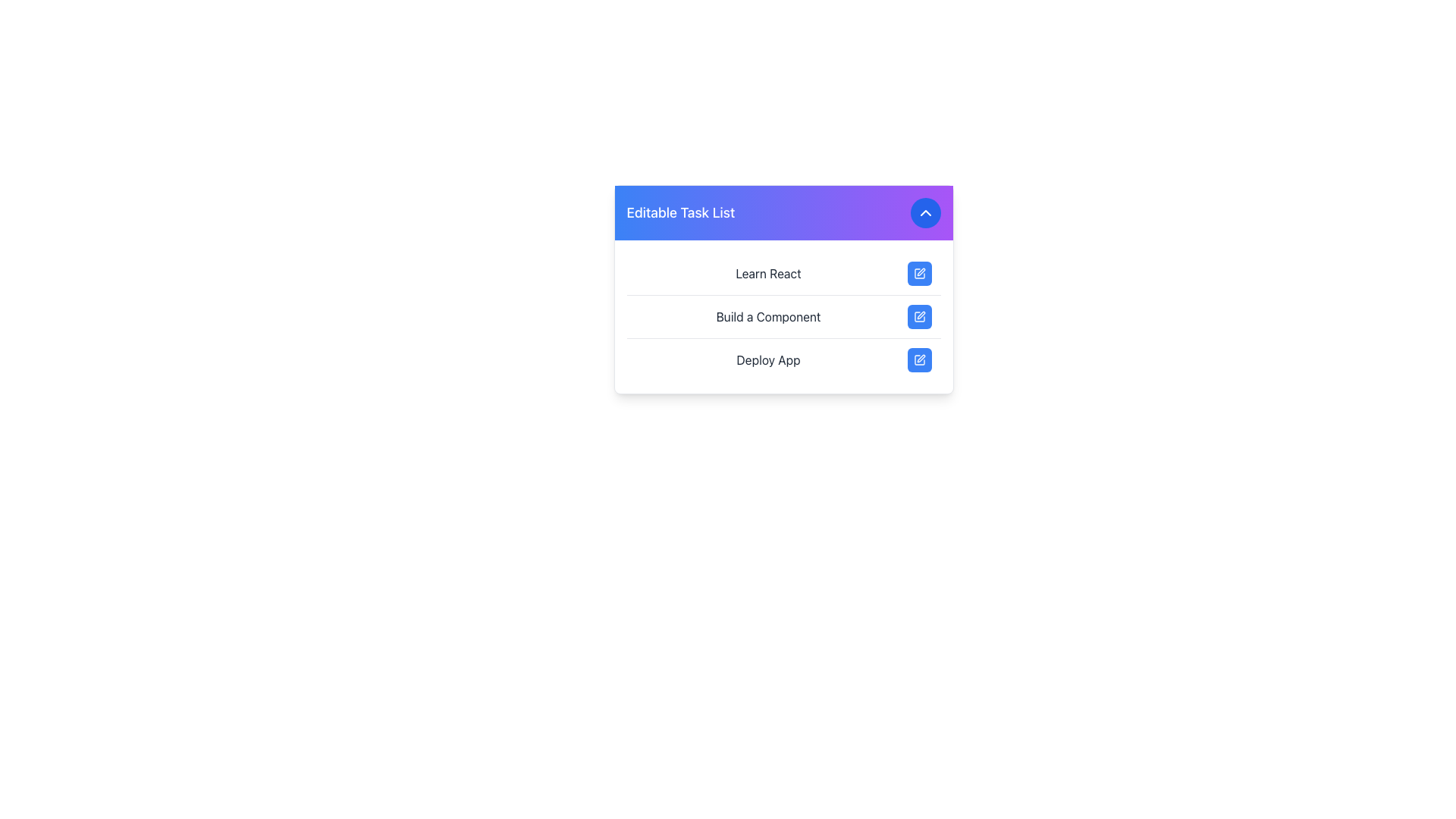 The image size is (1456, 819). What do you see at coordinates (679, 213) in the screenshot?
I see `the static text label displaying 'Editable Task List' in bold white font on a gradient background at the top left of the task list header` at bounding box center [679, 213].